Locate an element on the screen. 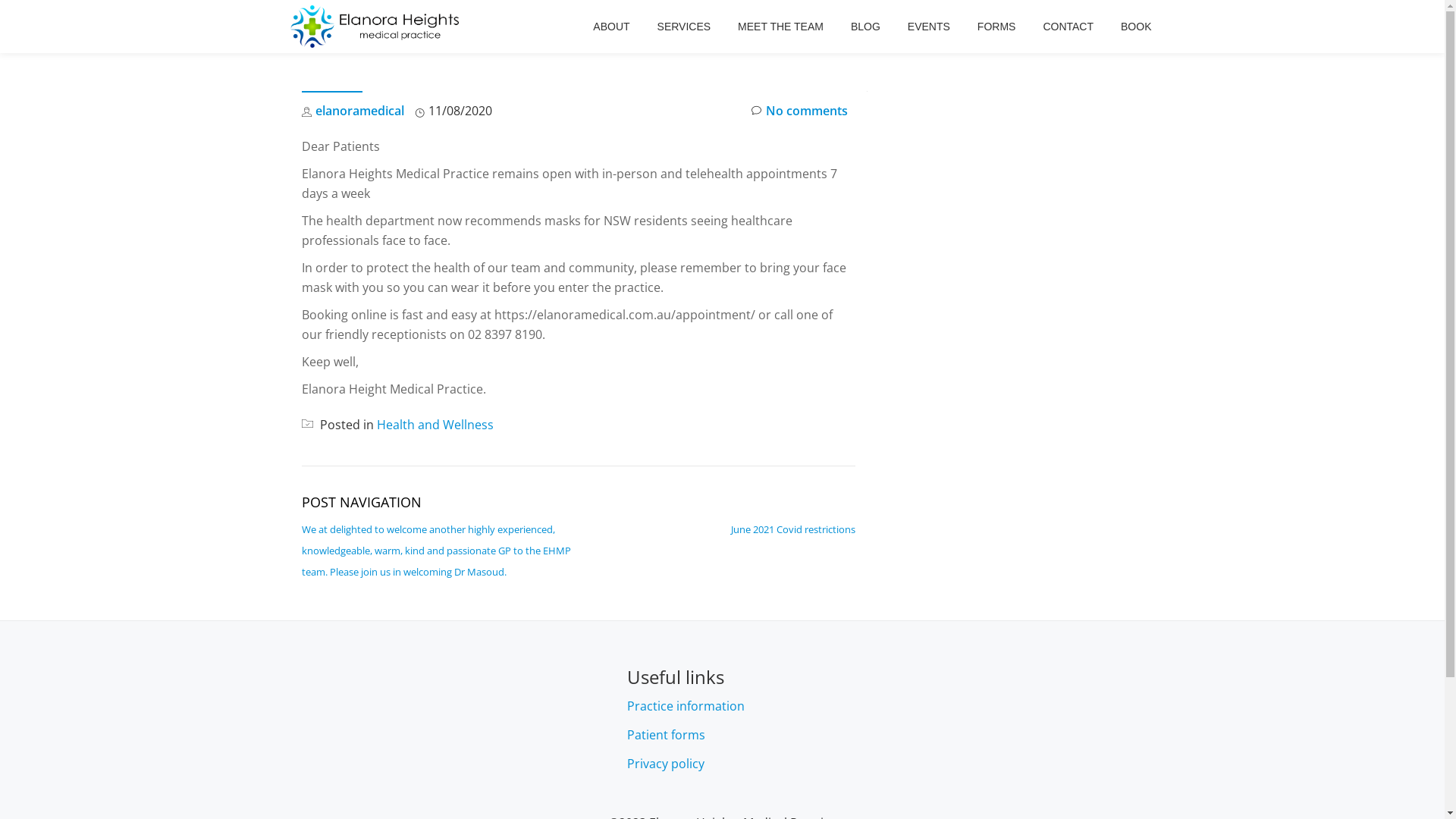 Image resolution: width=1456 pixels, height=819 pixels. 'BLOG' is located at coordinates (851, 26).